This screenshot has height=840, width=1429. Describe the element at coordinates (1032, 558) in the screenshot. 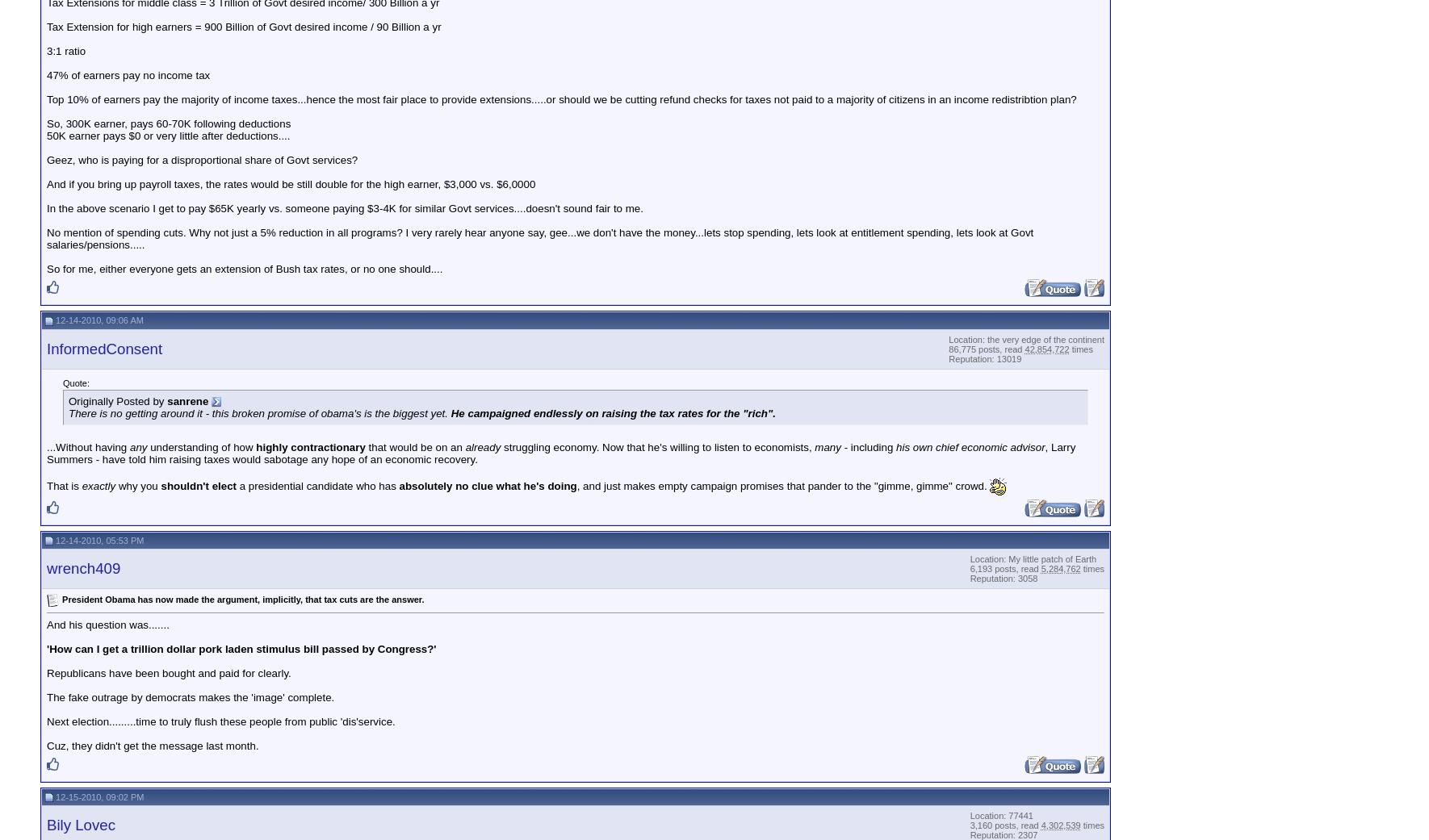

I see `'Location: My little patch of Earth'` at that location.